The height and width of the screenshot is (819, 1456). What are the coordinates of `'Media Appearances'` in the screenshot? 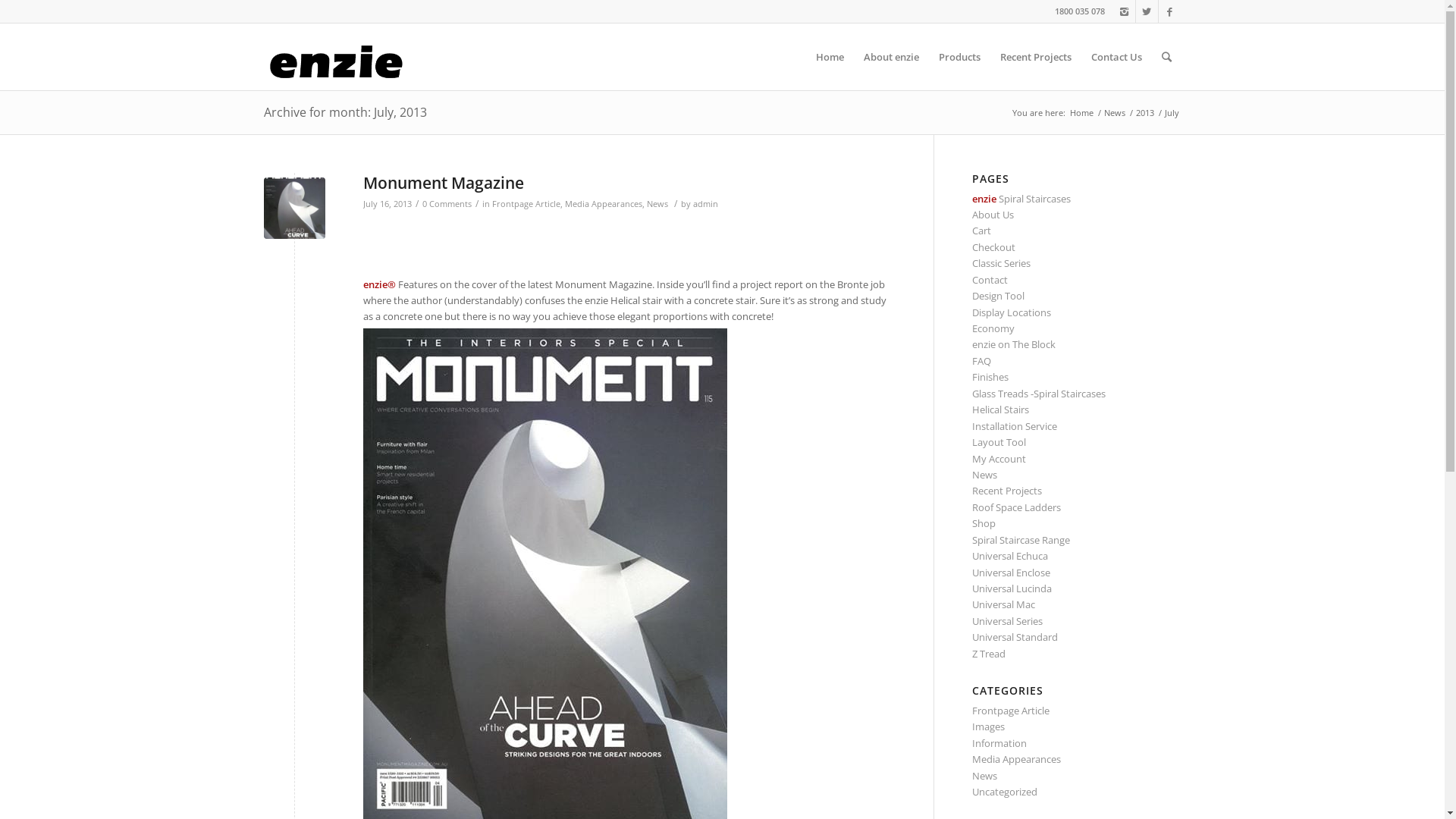 It's located at (602, 203).